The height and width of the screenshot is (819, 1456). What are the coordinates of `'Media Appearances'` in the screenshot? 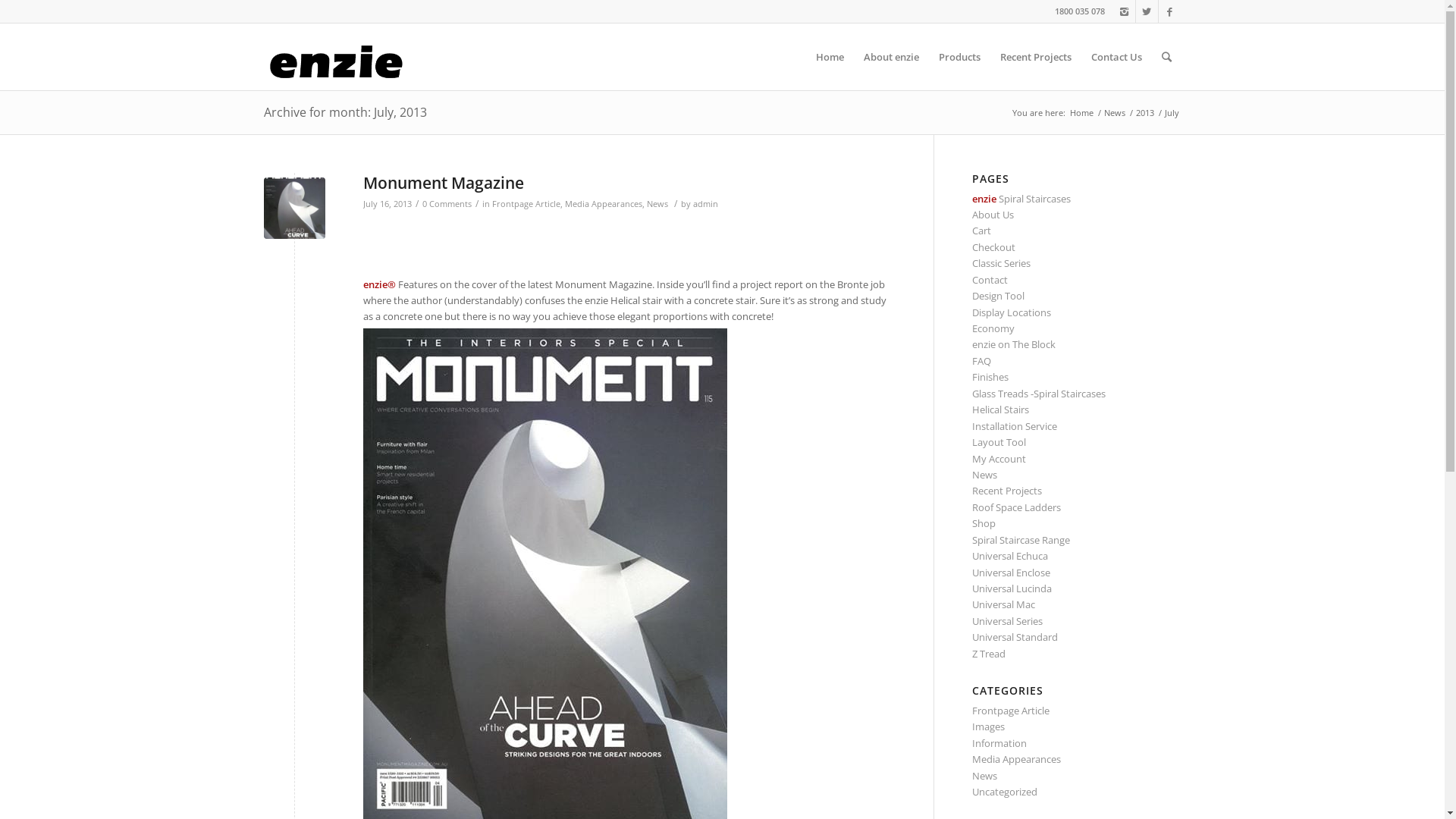 It's located at (602, 203).